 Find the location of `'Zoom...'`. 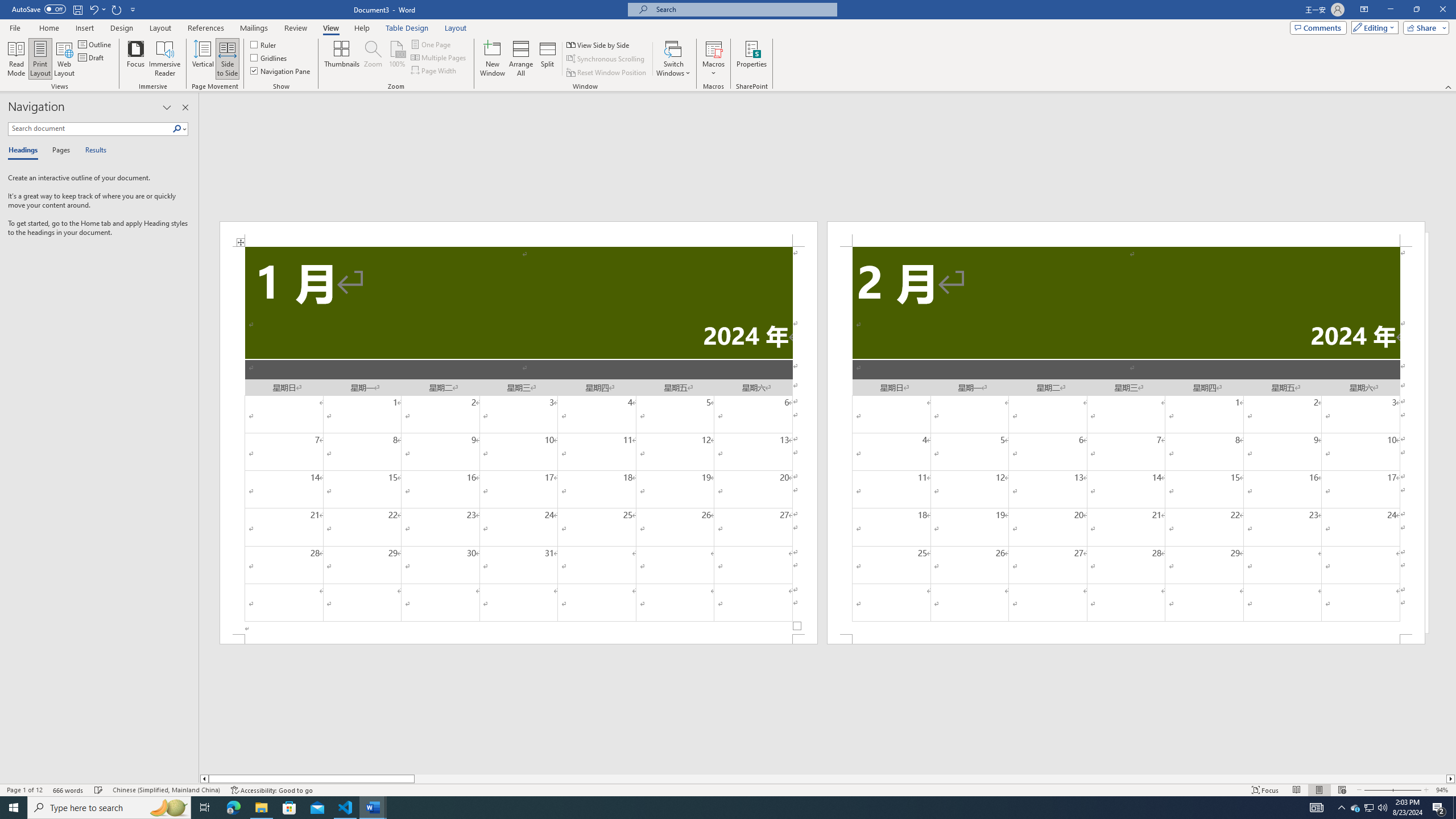

'Zoom...' is located at coordinates (373, 59).